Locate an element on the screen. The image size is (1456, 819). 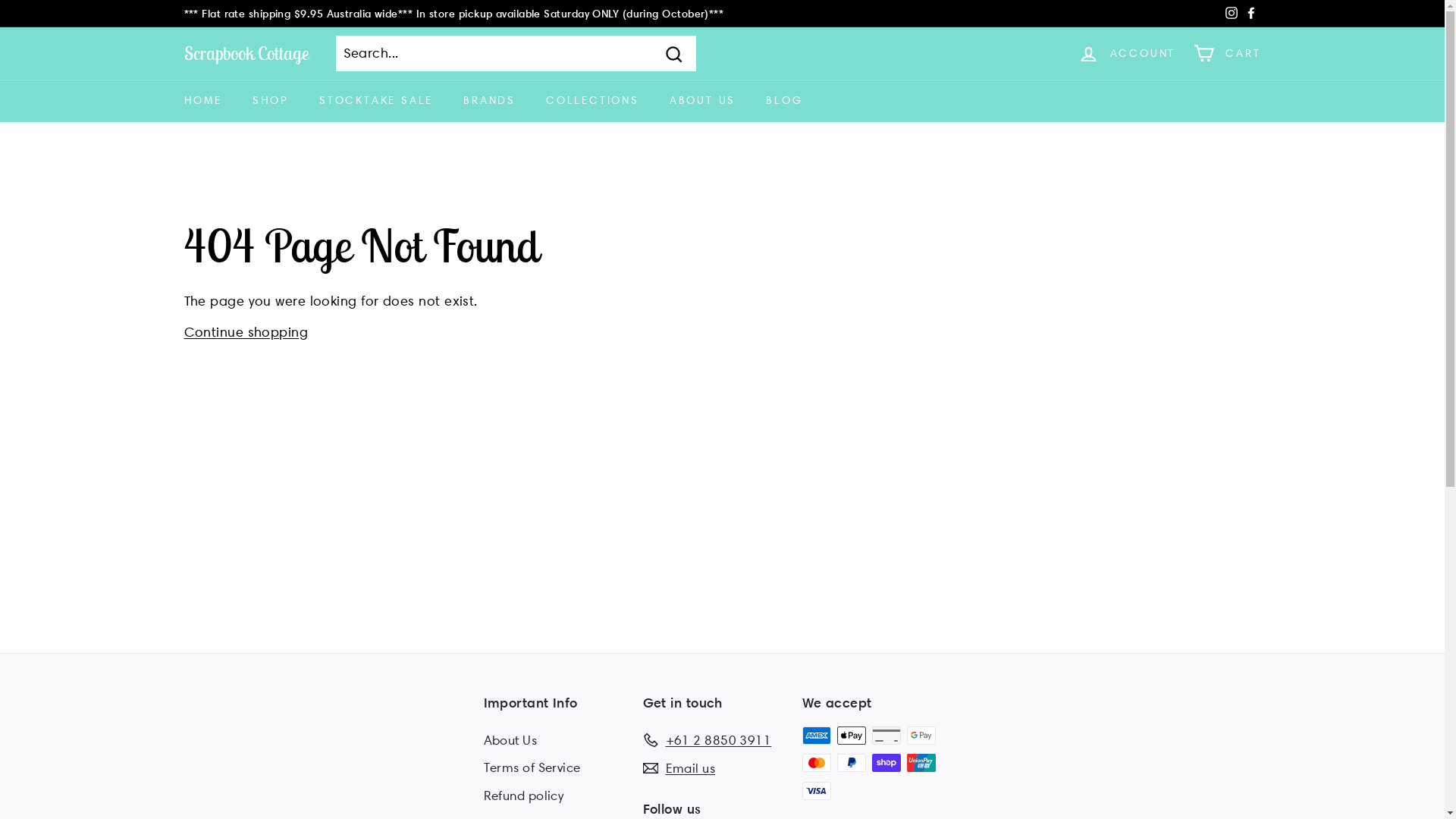
'Continue shopping' is located at coordinates (182, 331).